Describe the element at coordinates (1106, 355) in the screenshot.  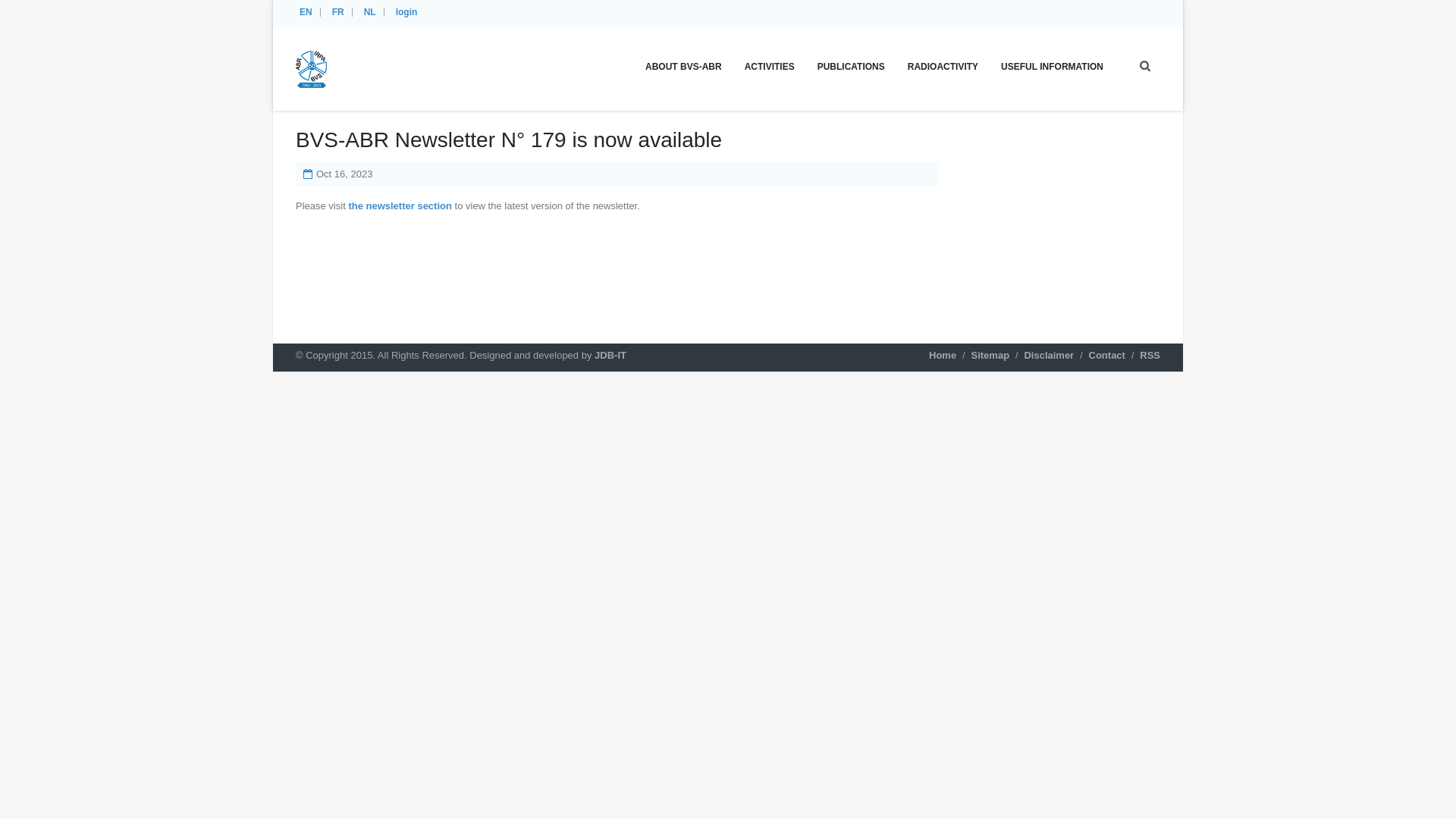
I see `'Contact'` at that location.